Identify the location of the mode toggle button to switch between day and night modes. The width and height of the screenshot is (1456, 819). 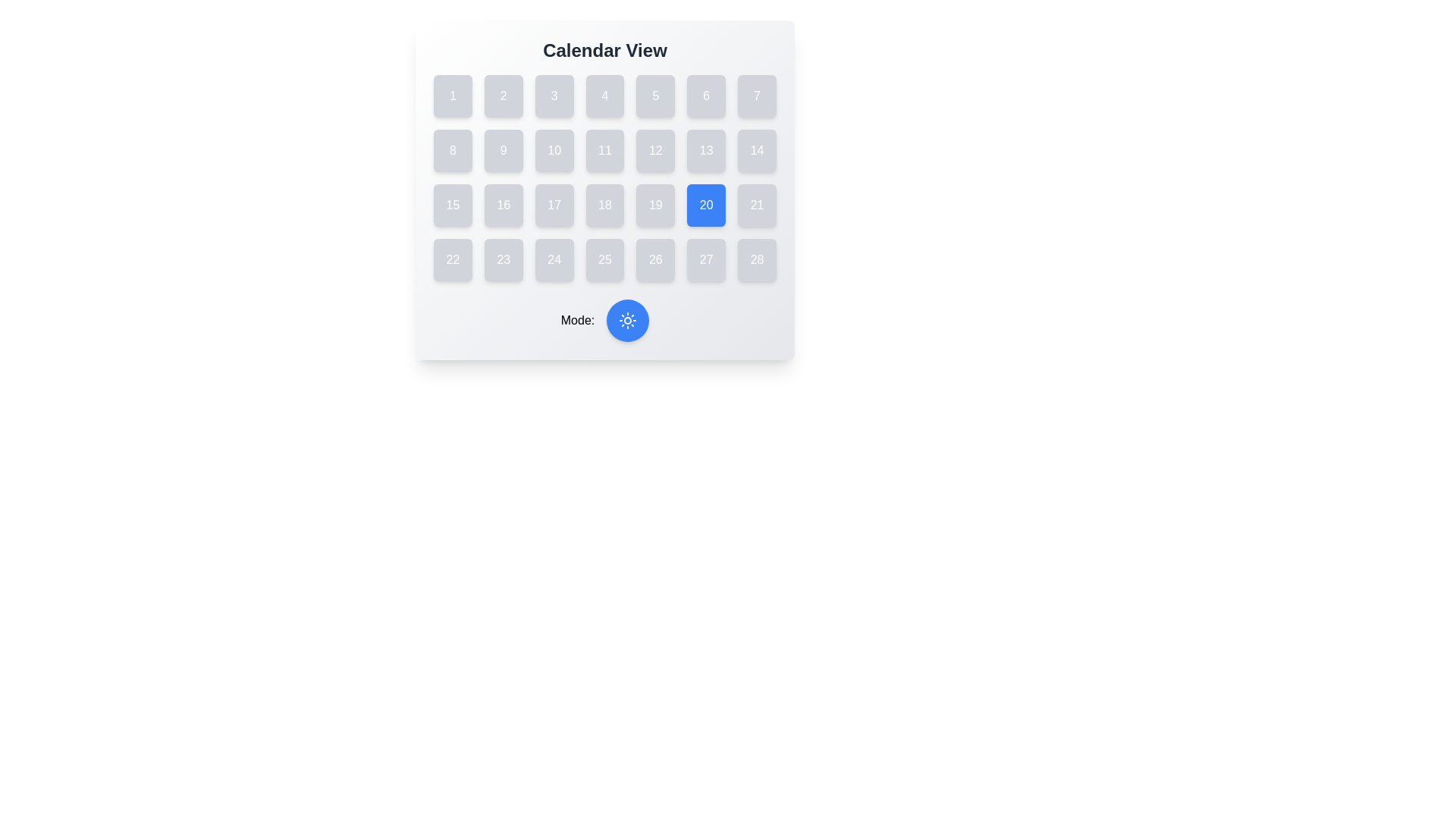
(628, 320).